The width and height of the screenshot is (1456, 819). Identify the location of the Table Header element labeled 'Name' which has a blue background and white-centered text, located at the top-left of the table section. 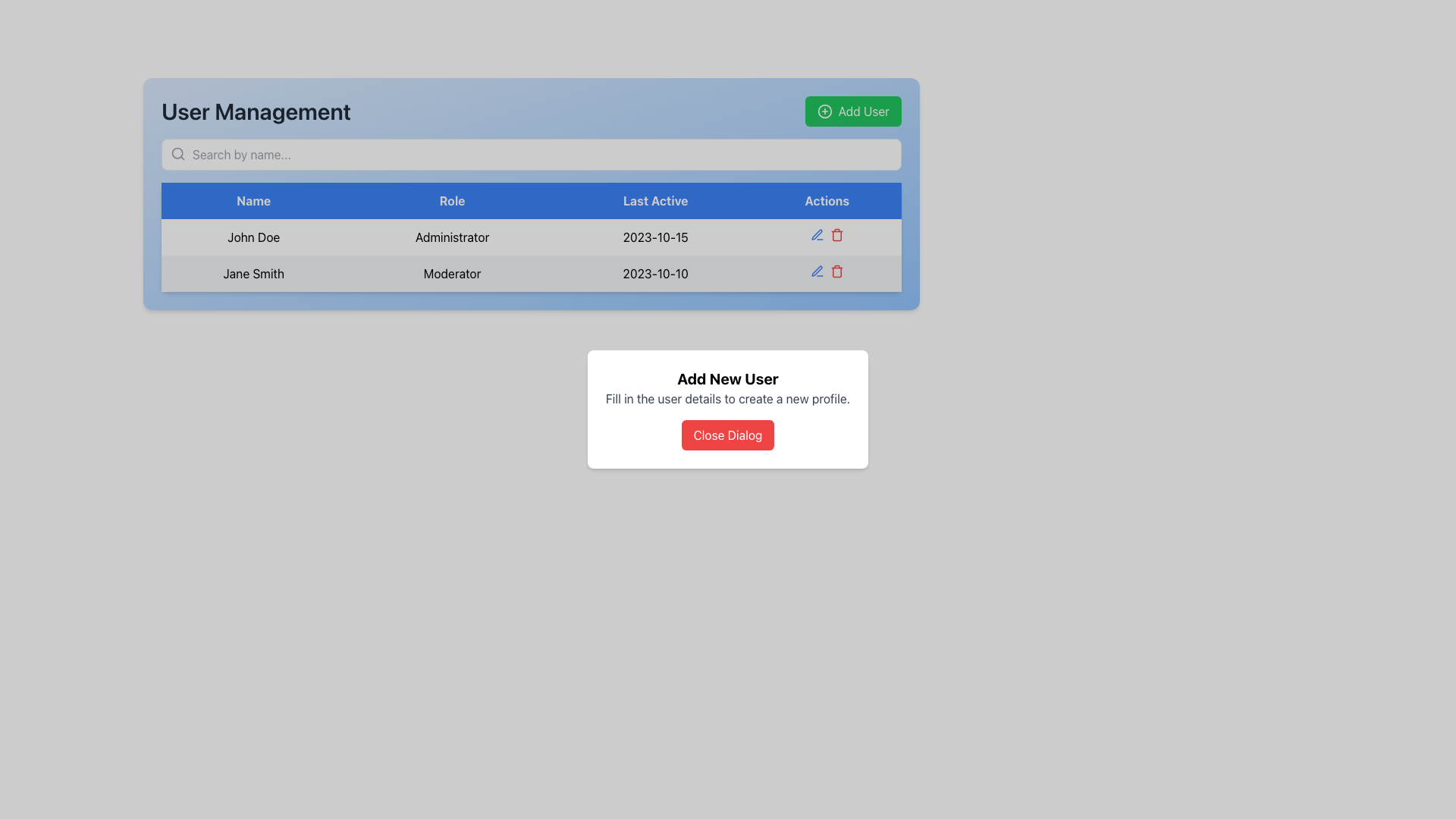
(253, 200).